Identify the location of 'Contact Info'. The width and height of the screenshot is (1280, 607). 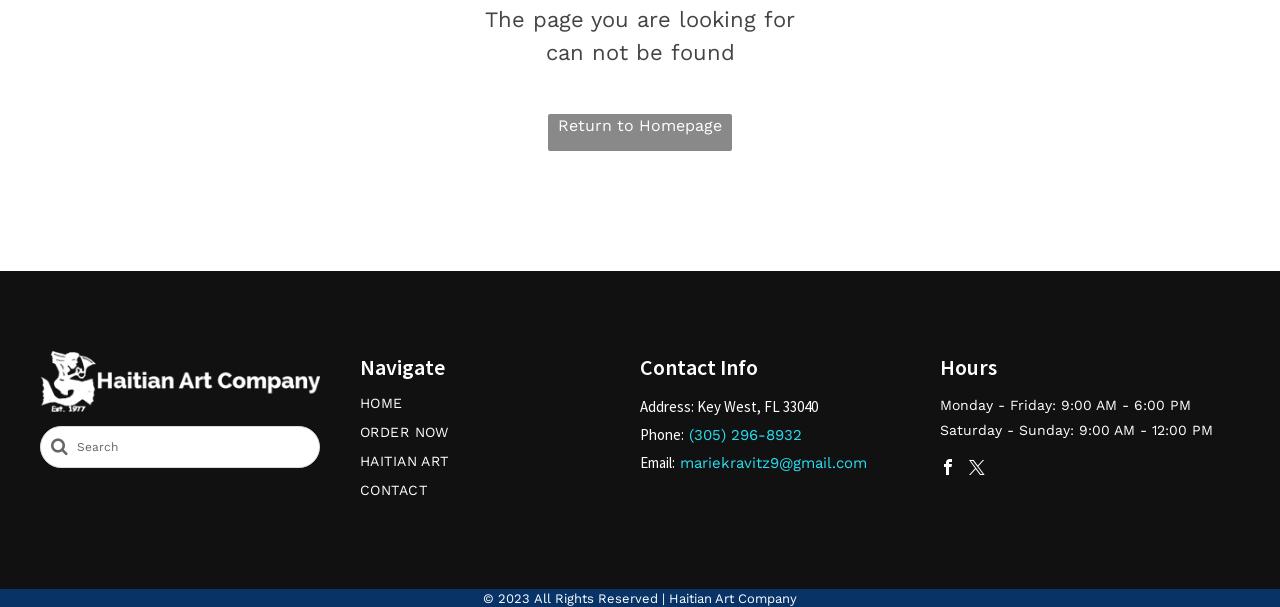
(699, 366).